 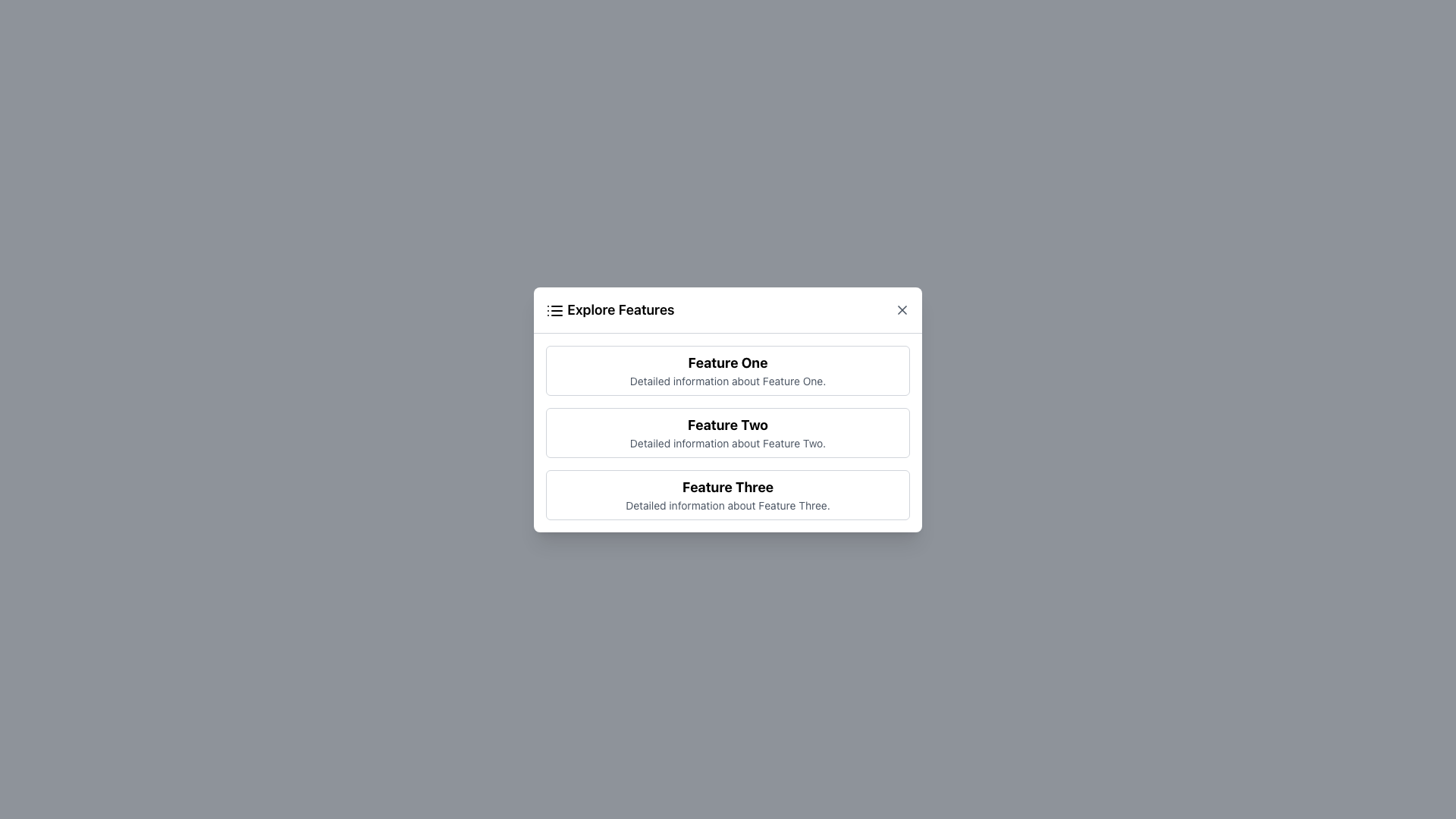 What do you see at coordinates (728, 505) in the screenshot?
I see `text content of the Text Label displaying 'Detailed information about Feature Three.' which is positioned below the title 'Feature Three' in the third feature card` at bounding box center [728, 505].